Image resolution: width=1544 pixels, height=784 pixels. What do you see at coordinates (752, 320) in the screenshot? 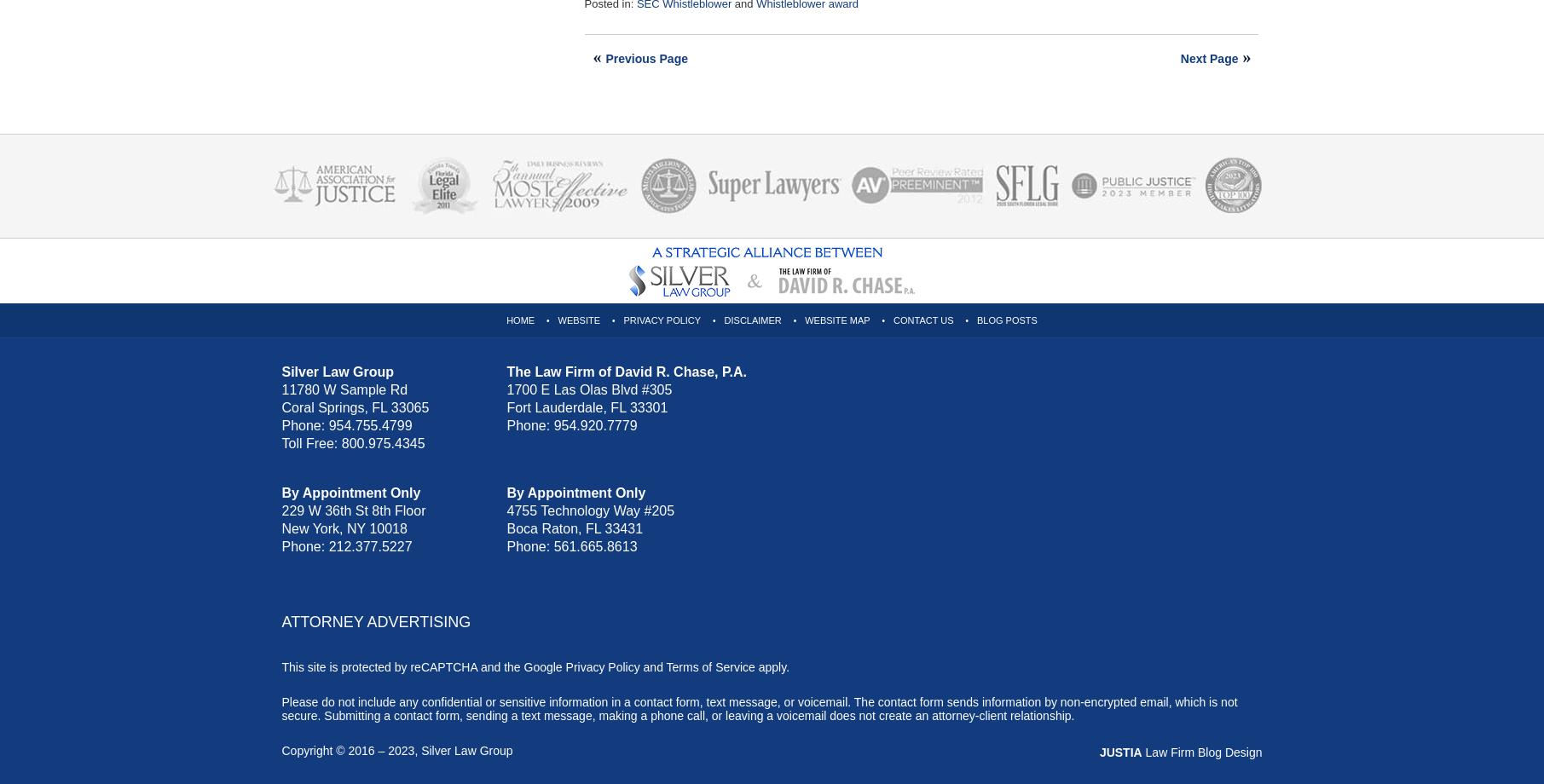
I see `'Disclaimer'` at bounding box center [752, 320].